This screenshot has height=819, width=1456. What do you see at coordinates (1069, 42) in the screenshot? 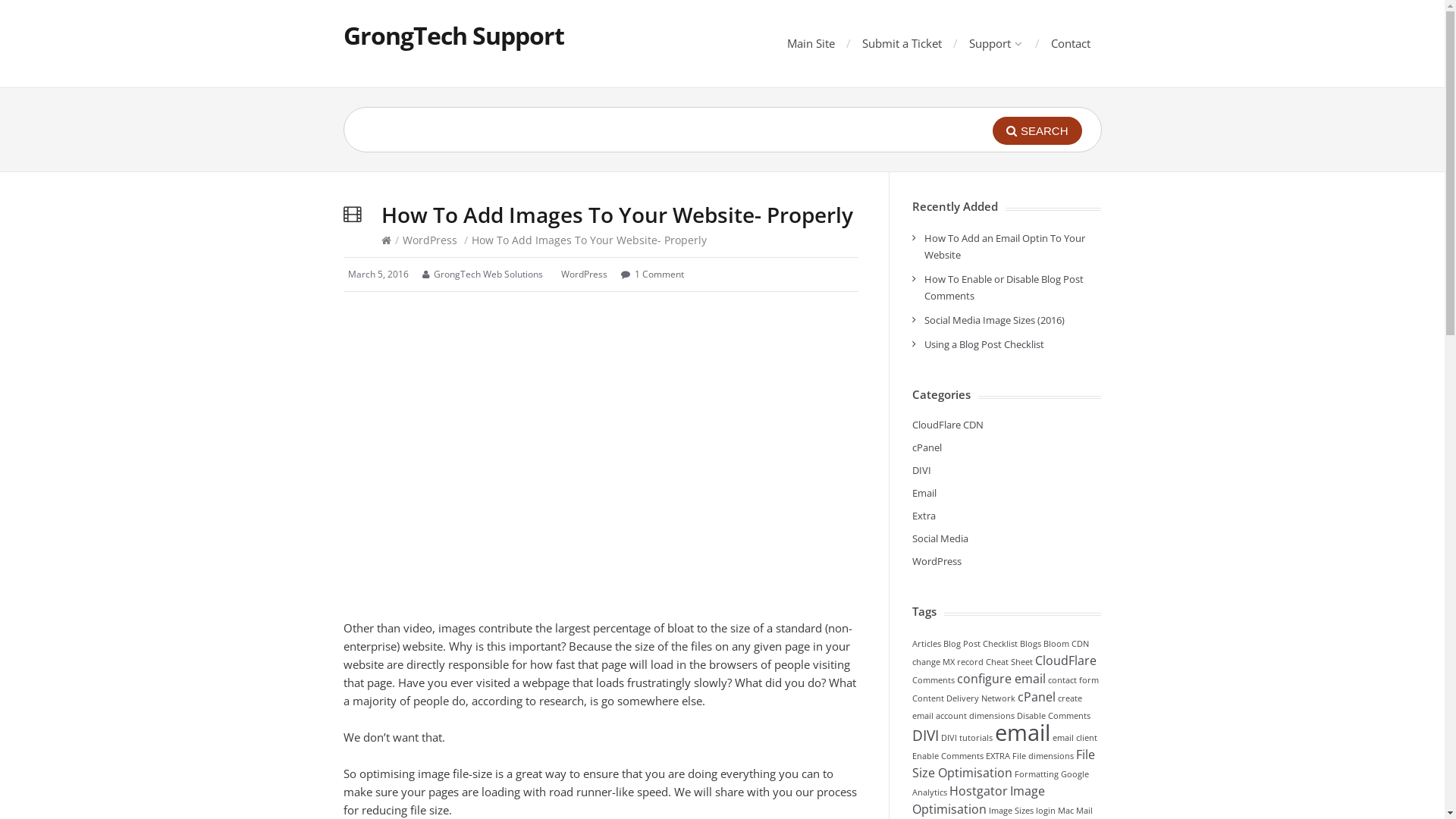
I see `'Contact'` at bounding box center [1069, 42].